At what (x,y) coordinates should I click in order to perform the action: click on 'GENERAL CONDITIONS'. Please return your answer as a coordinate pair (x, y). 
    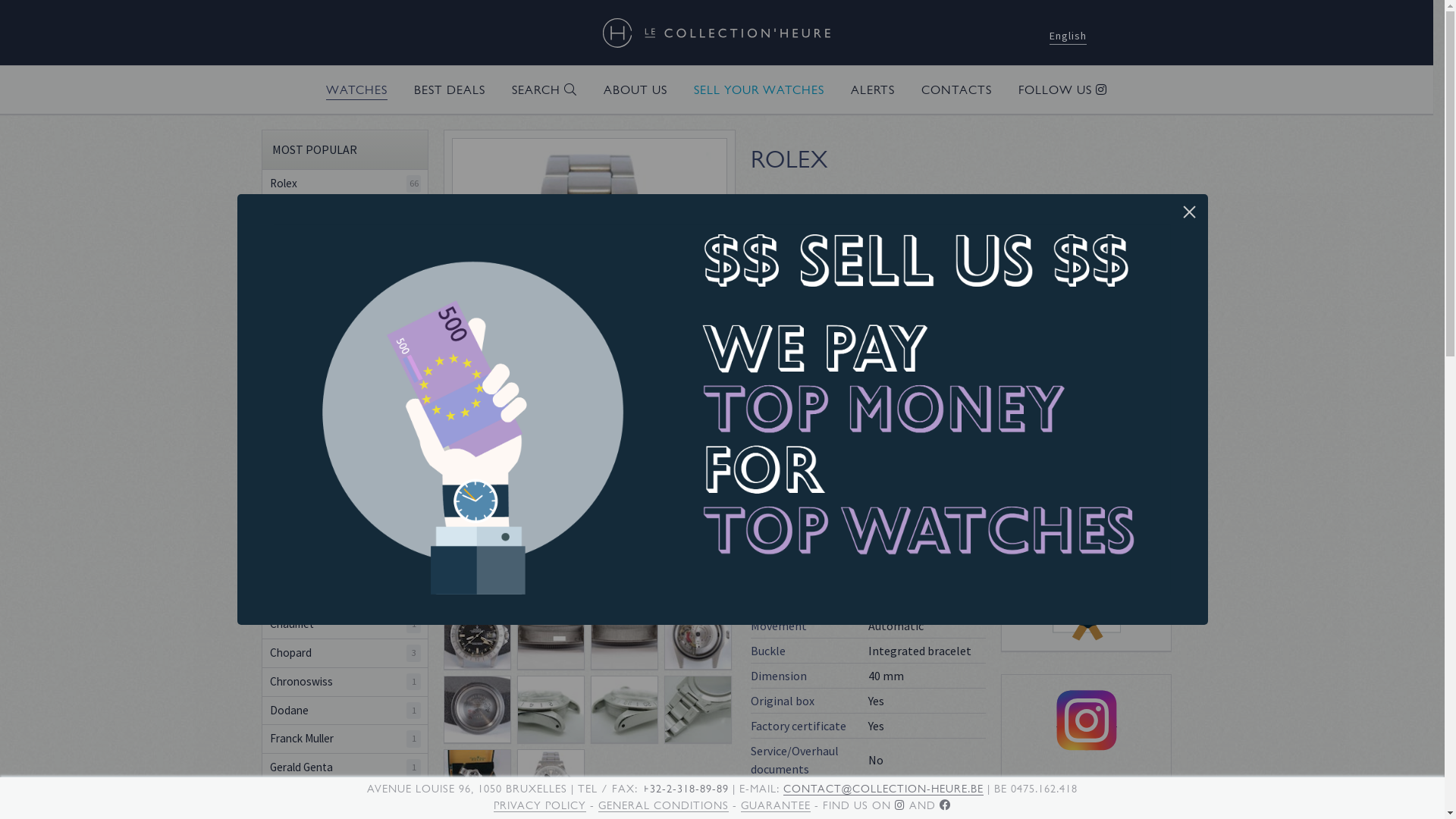
    Looking at the image, I should click on (597, 805).